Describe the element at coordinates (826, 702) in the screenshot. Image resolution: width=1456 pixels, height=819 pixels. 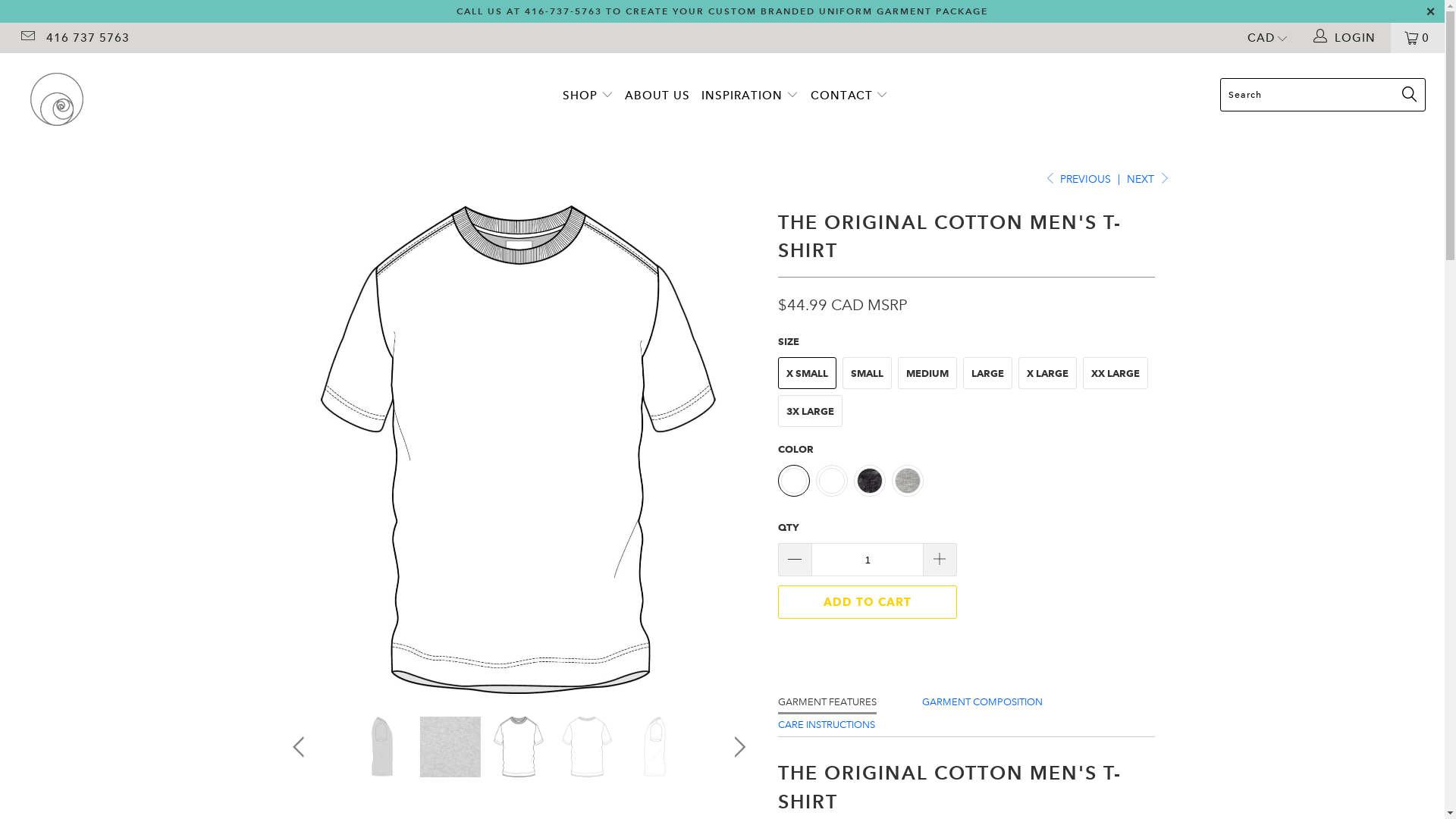
I see `'GARMENT FEATURES'` at that location.